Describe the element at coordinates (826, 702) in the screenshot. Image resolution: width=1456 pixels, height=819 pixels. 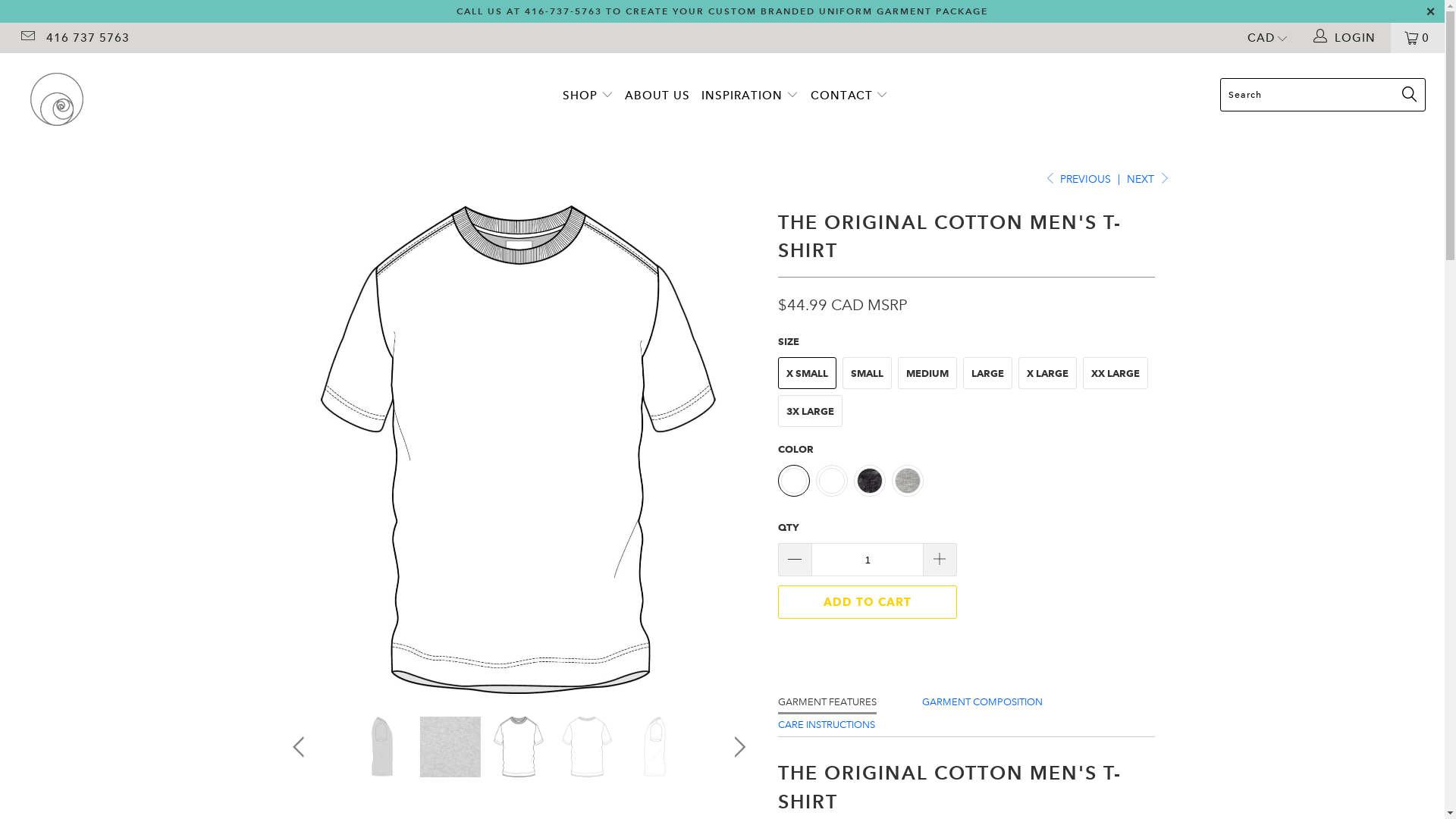
I see `'GARMENT FEATURES'` at that location.